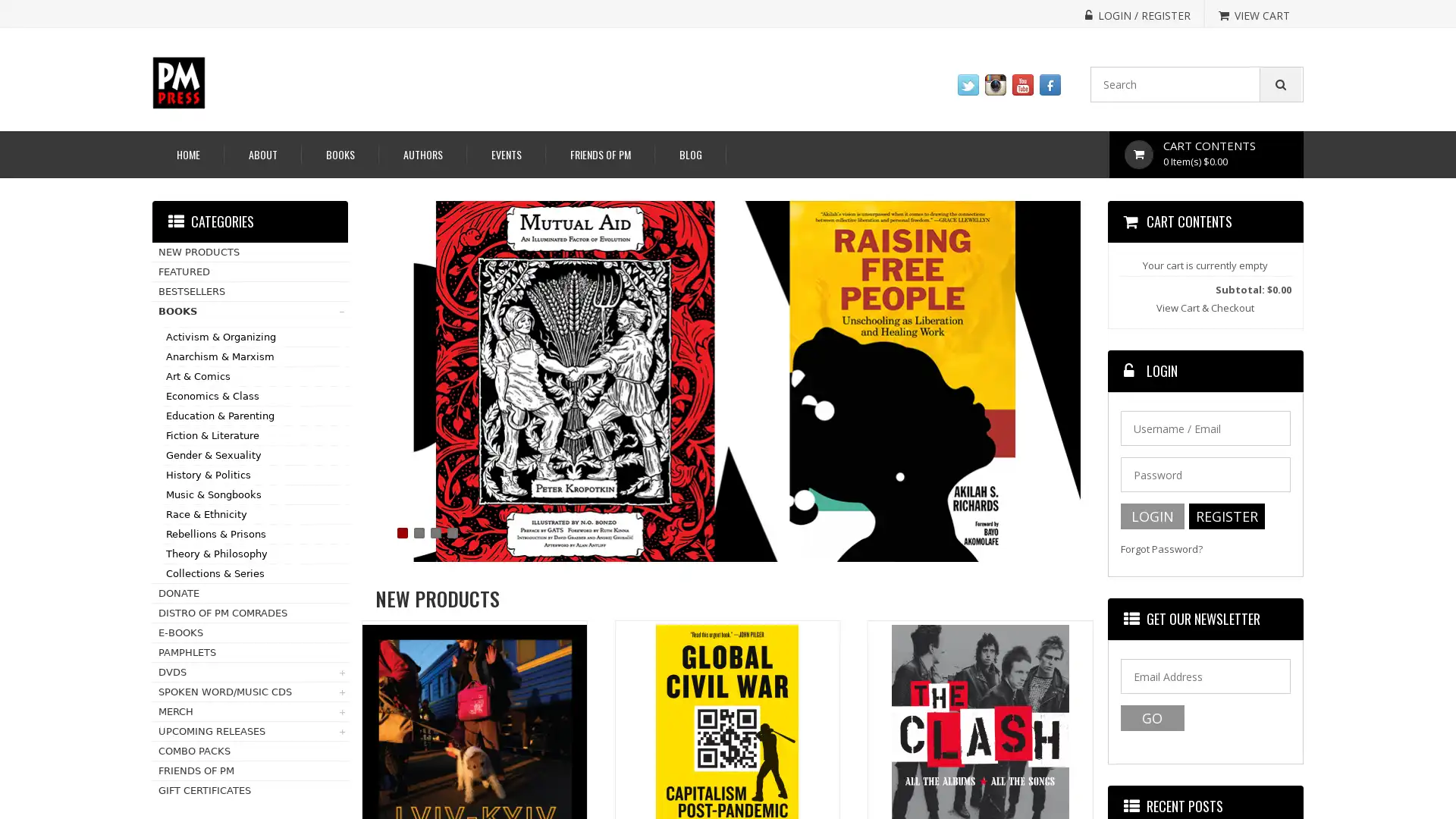 The height and width of the screenshot is (819, 1456). What do you see at coordinates (1151, 717) in the screenshot?
I see `Go` at bounding box center [1151, 717].